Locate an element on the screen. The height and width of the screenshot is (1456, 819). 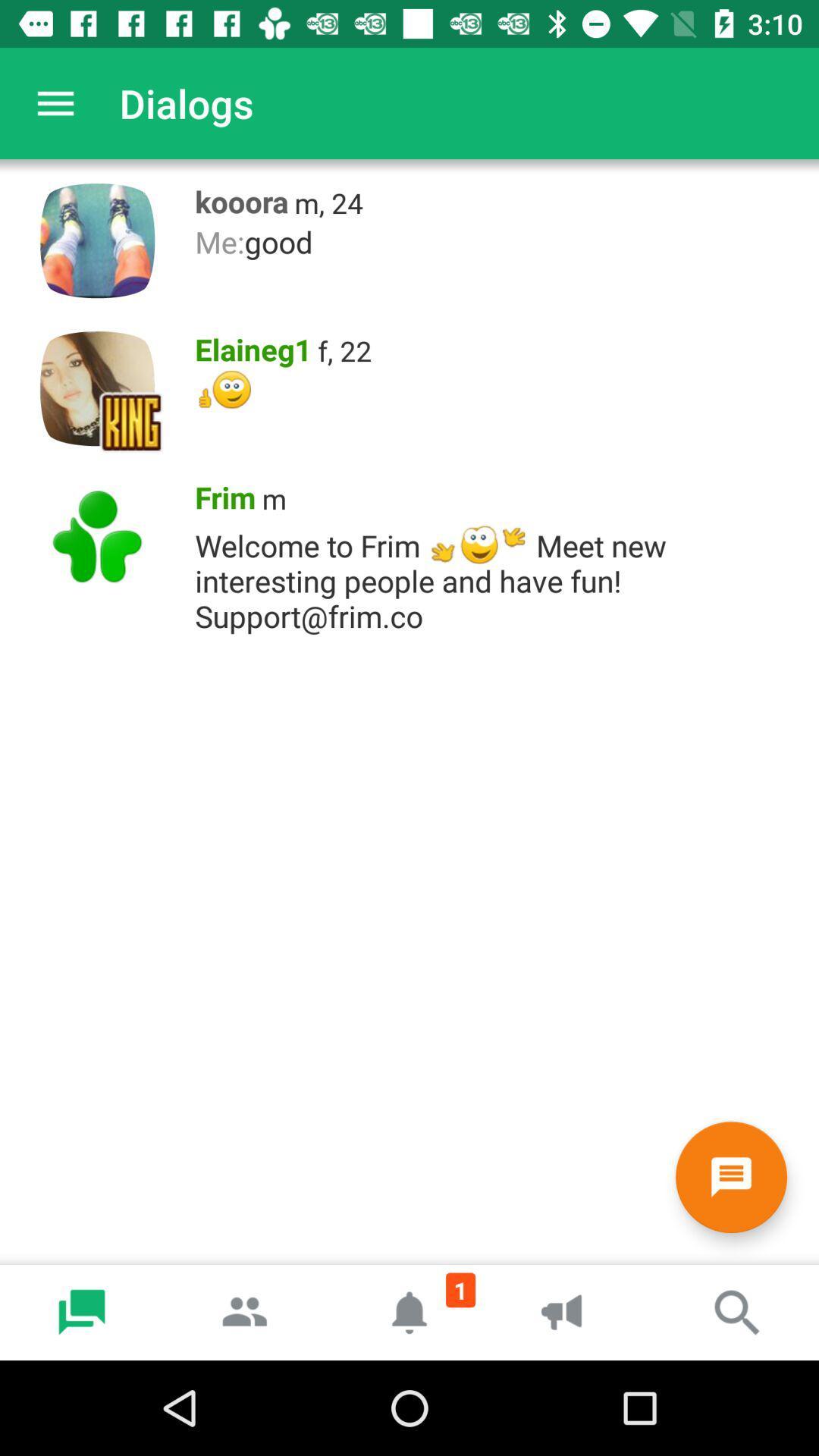
elaineg1 is located at coordinates (247, 345).